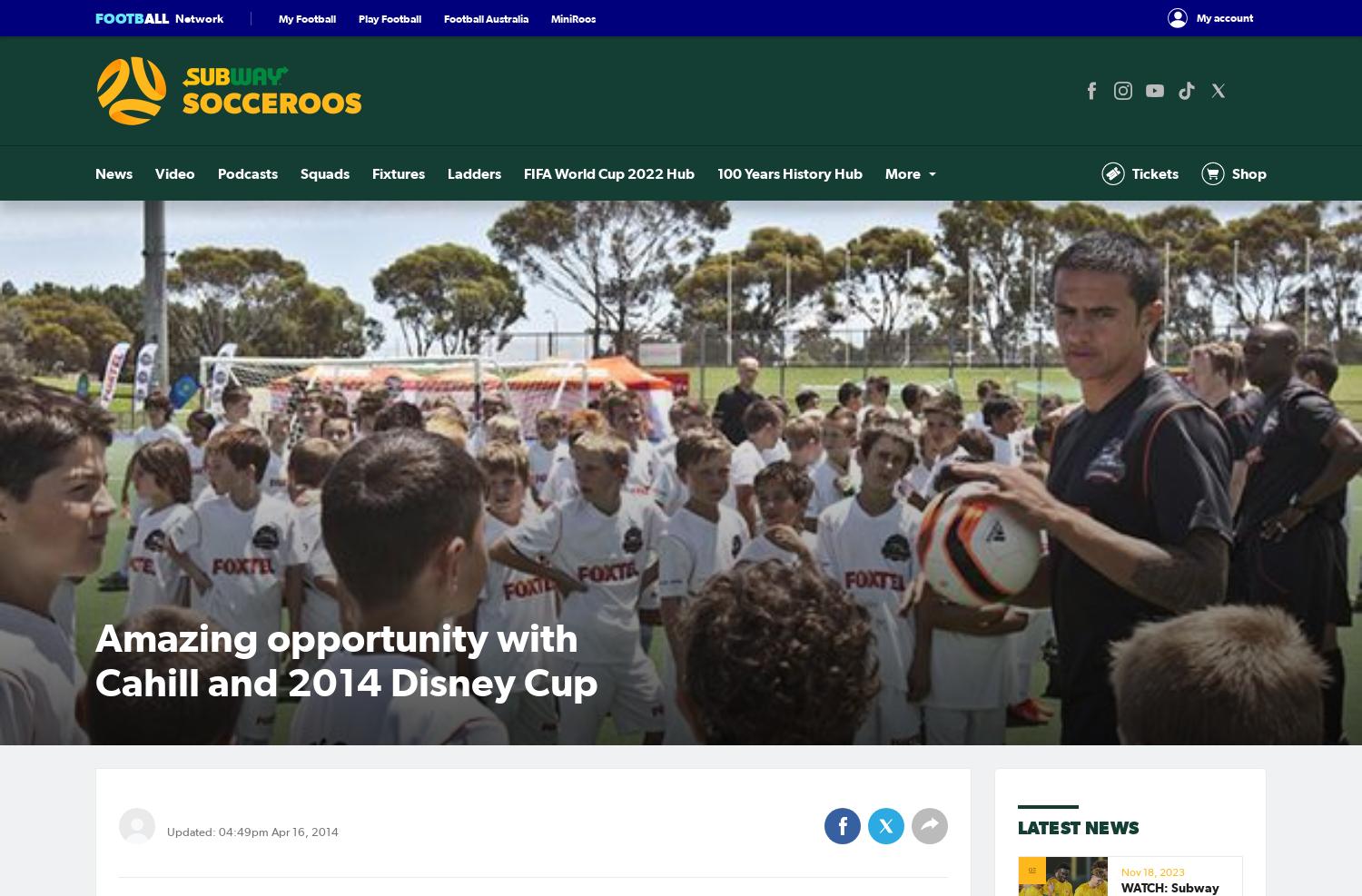 This screenshot has height=896, width=1362. I want to click on 'footb', so click(120, 17).